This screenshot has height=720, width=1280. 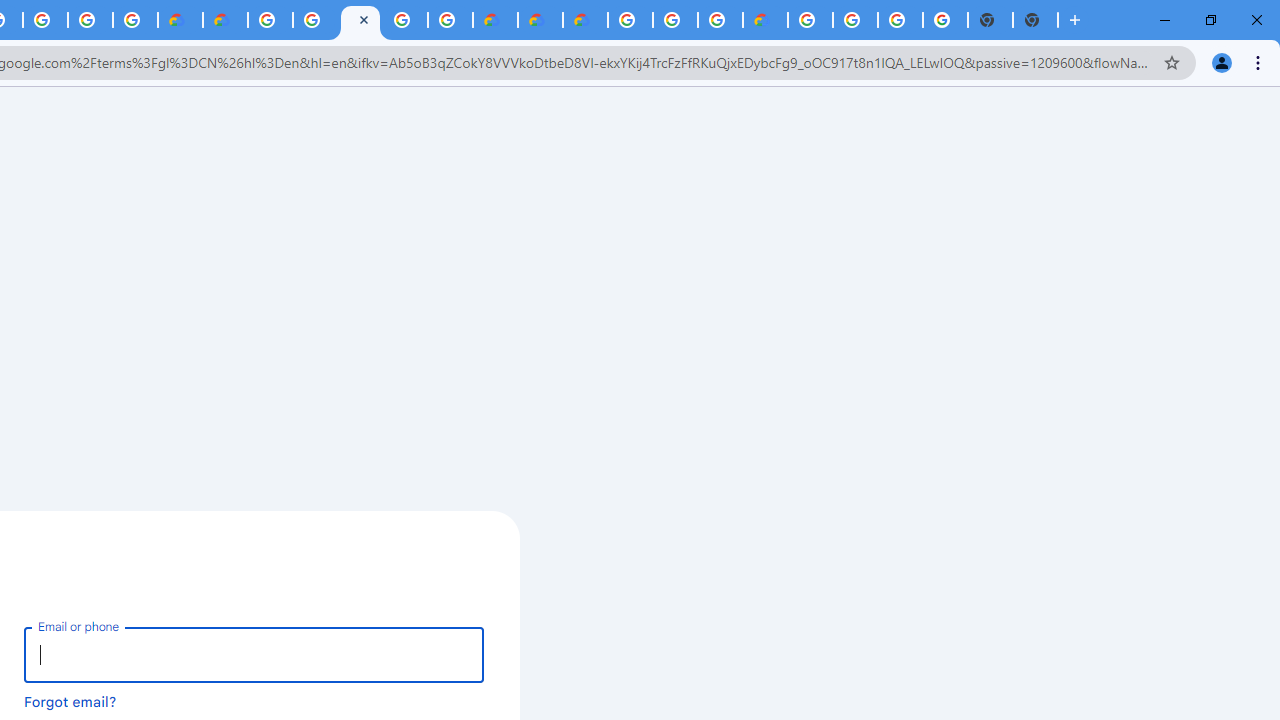 What do you see at coordinates (855, 20) in the screenshot?
I see `'Google Cloud Platform'` at bounding box center [855, 20].